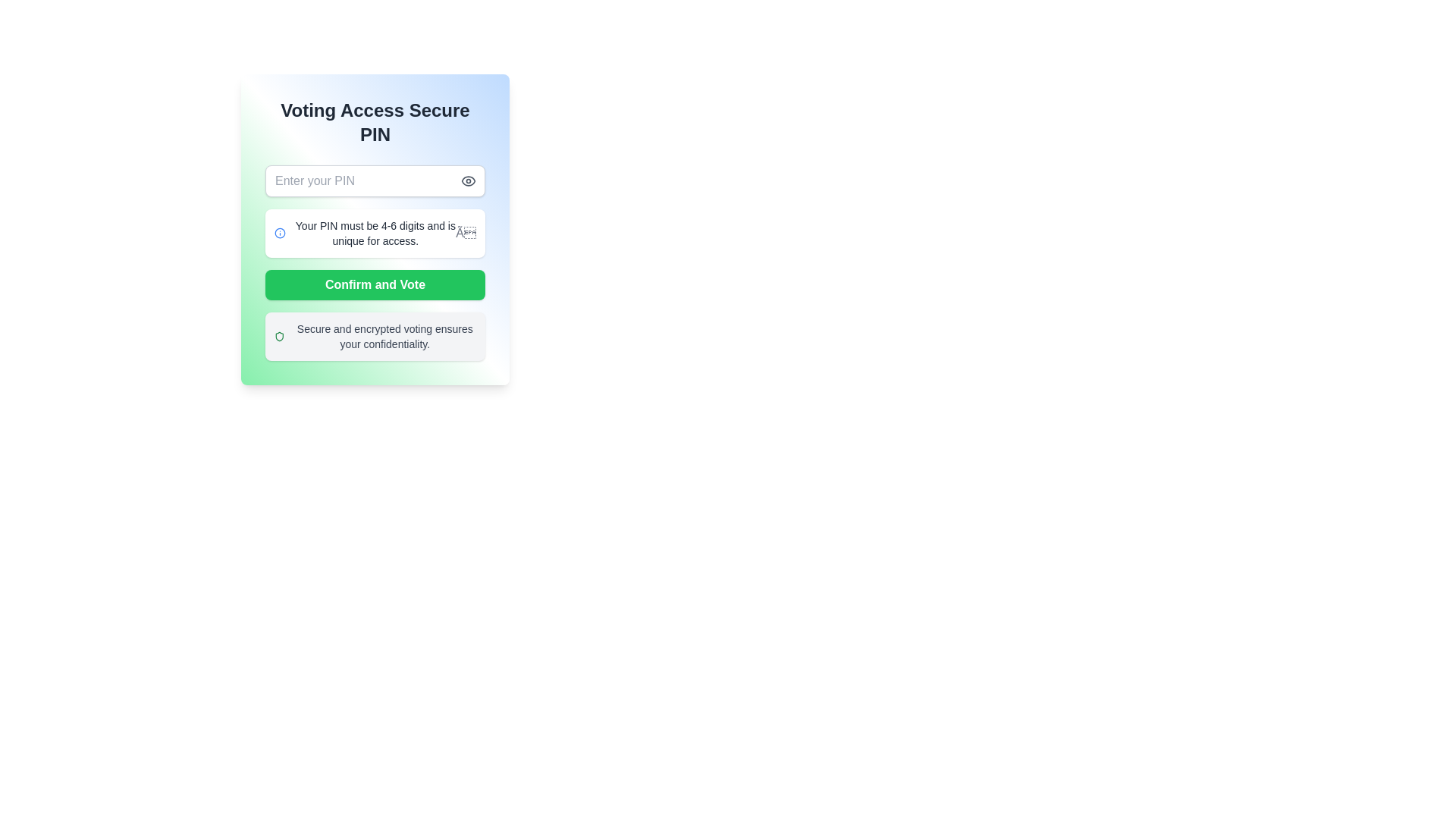  Describe the element at coordinates (375, 234) in the screenshot. I see `informative text from the Notification banner, which has a white background, rounded corners, and contains a descriptive message in gray text` at that location.